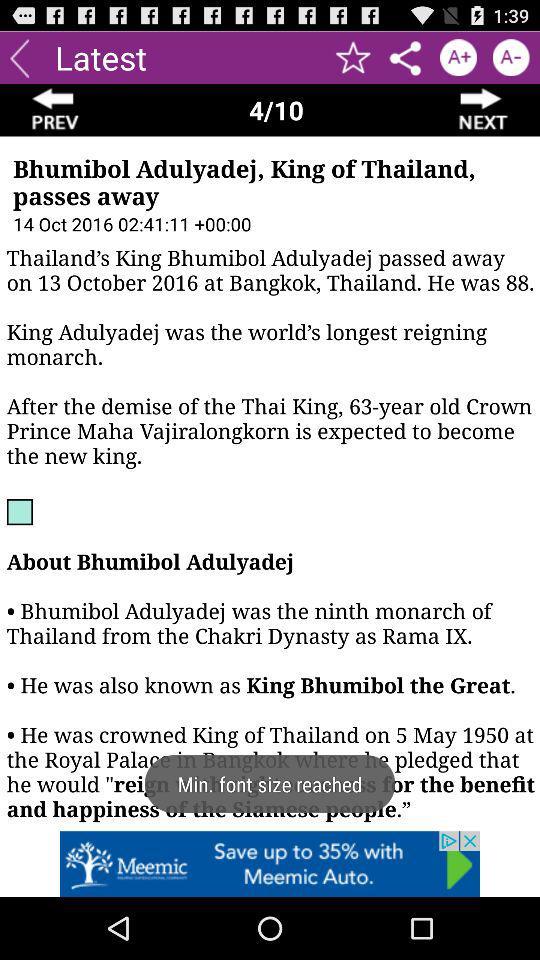  Describe the element at coordinates (18, 61) in the screenshot. I see `the arrow_backward icon` at that location.